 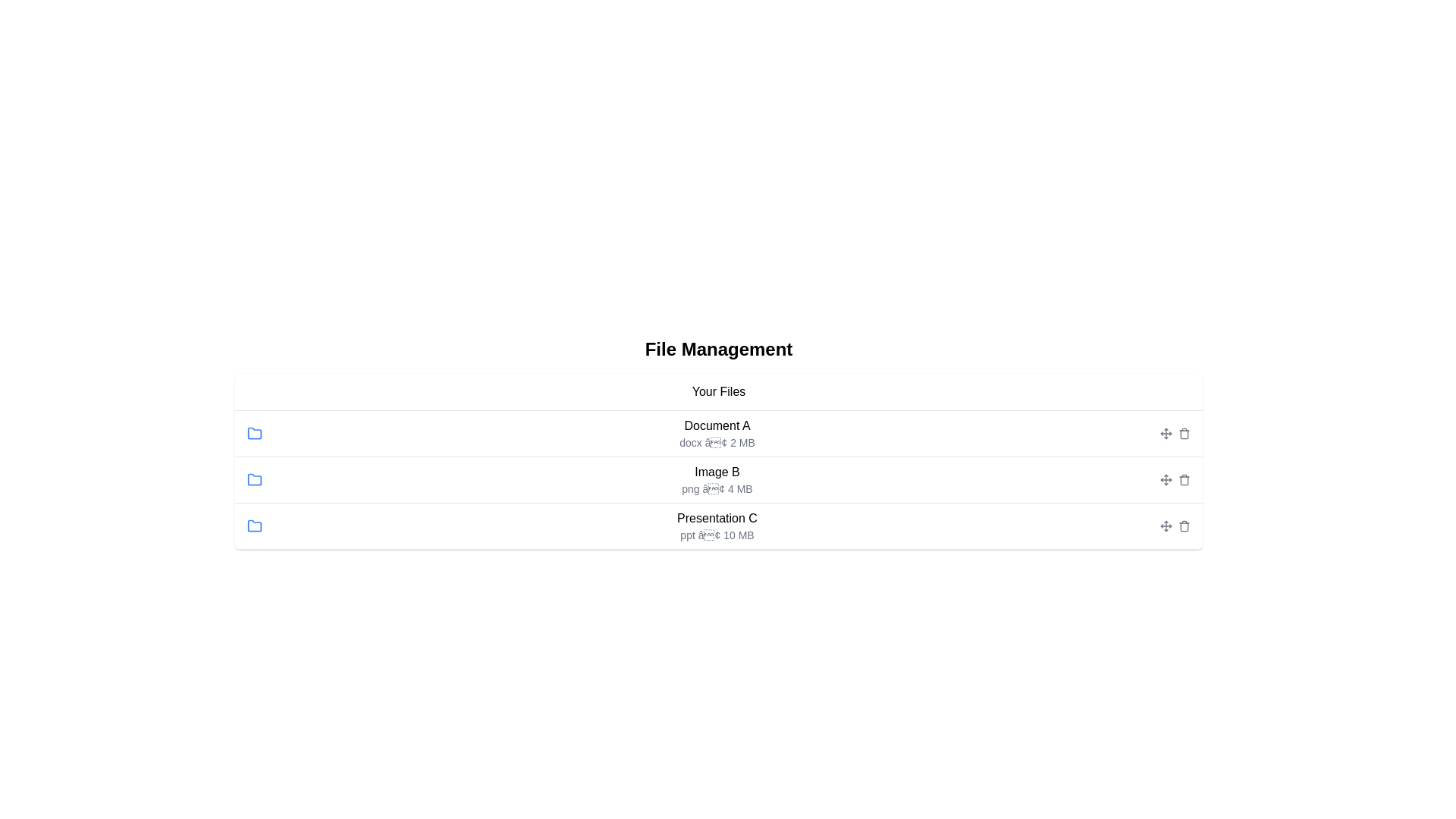 I want to click on to select the last list item with a blue folder icon and text 'Presentation C' in bold, followed by 'ppt • 10 MB', so click(x=718, y=526).